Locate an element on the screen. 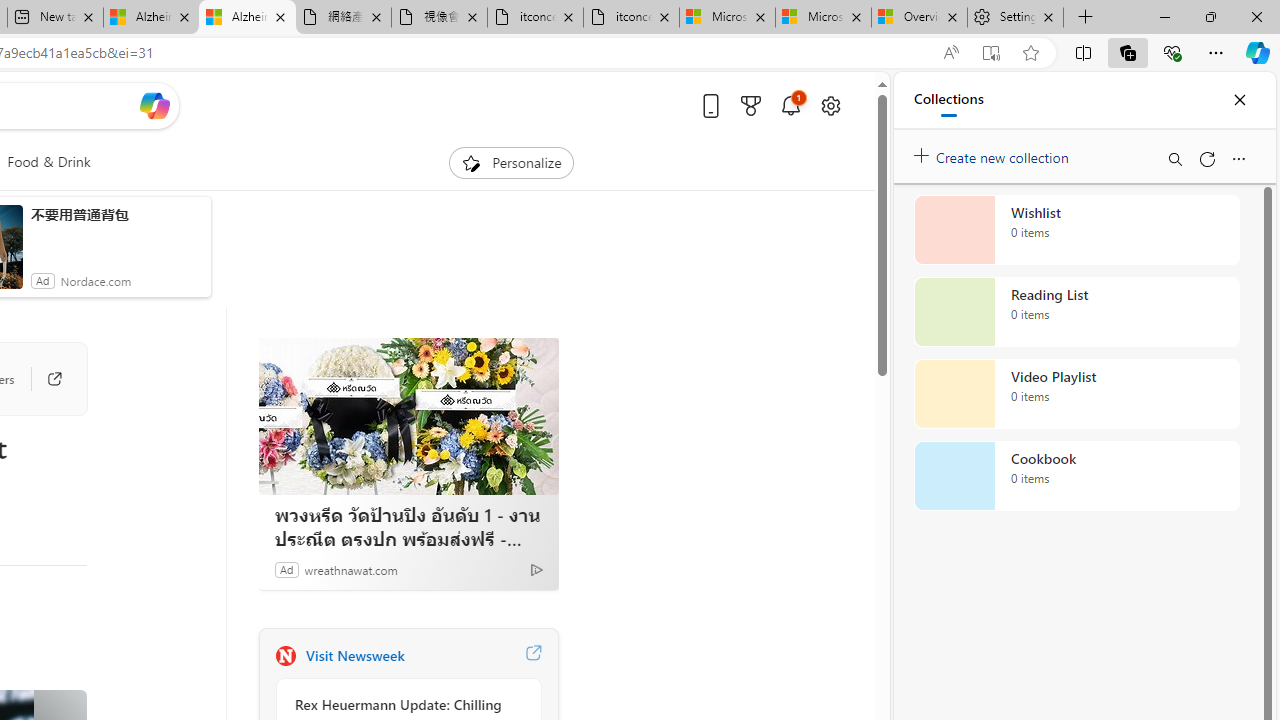 The image size is (1280, 720). 'Video Playlist collection, 0 items' is located at coordinates (1076, 394).